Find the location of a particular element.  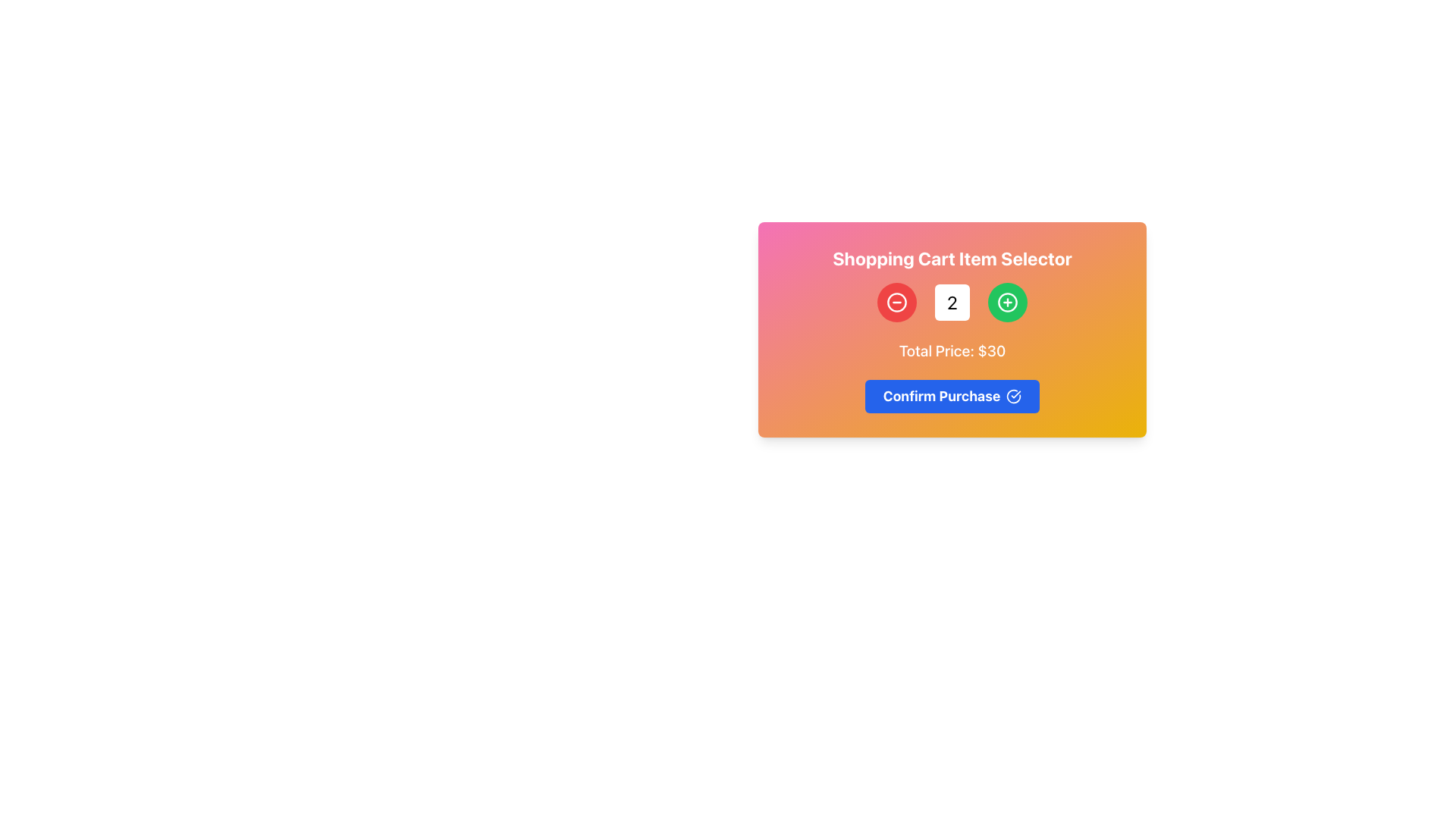

the numerical display label that shows the current value or quantity in the shopping cart interface, positioned between the red and green circular buttons is located at coordinates (952, 302).